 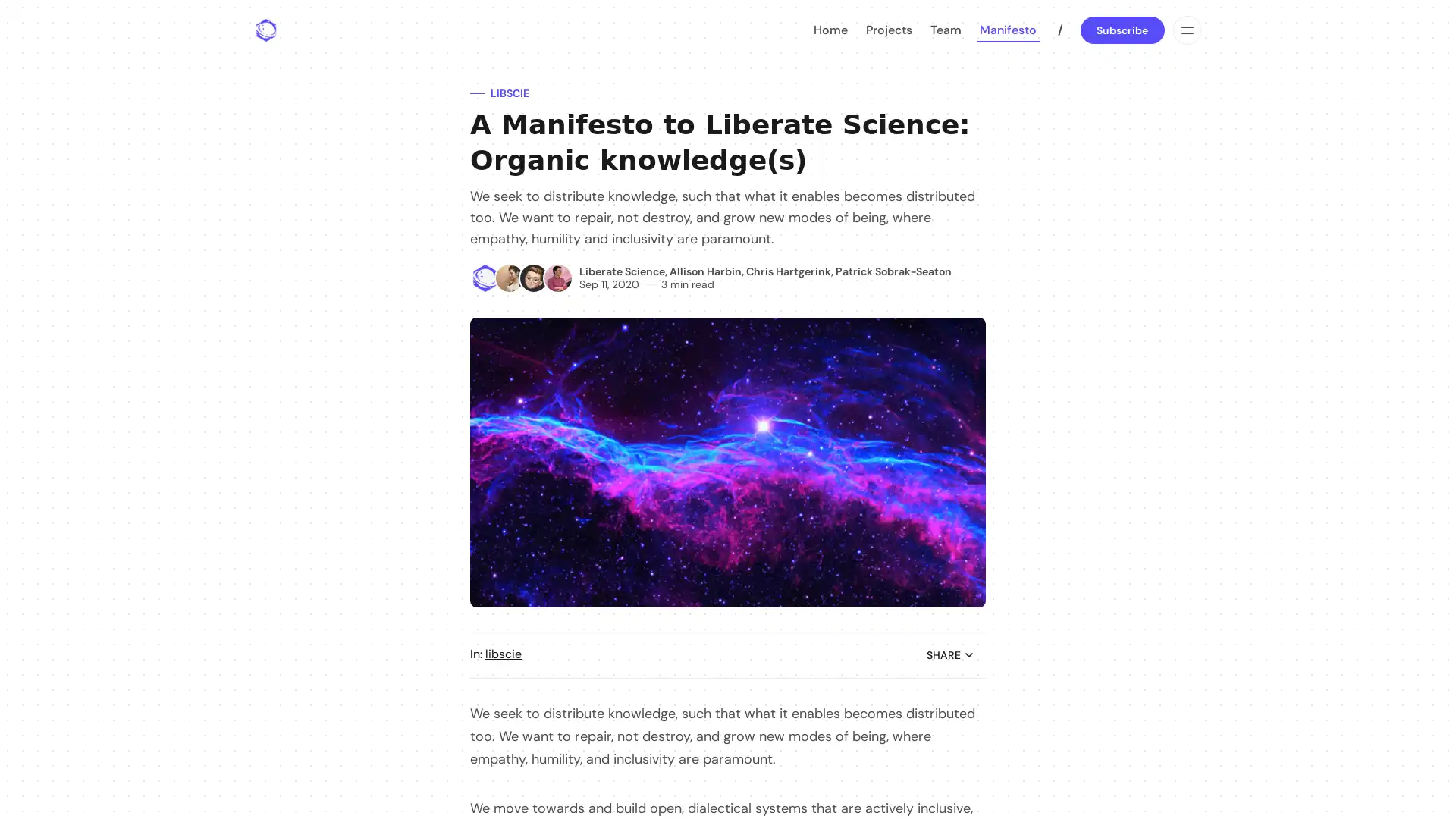 What do you see at coordinates (1185, 30) in the screenshot?
I see `Menu` at bounding box center [1185, 30].